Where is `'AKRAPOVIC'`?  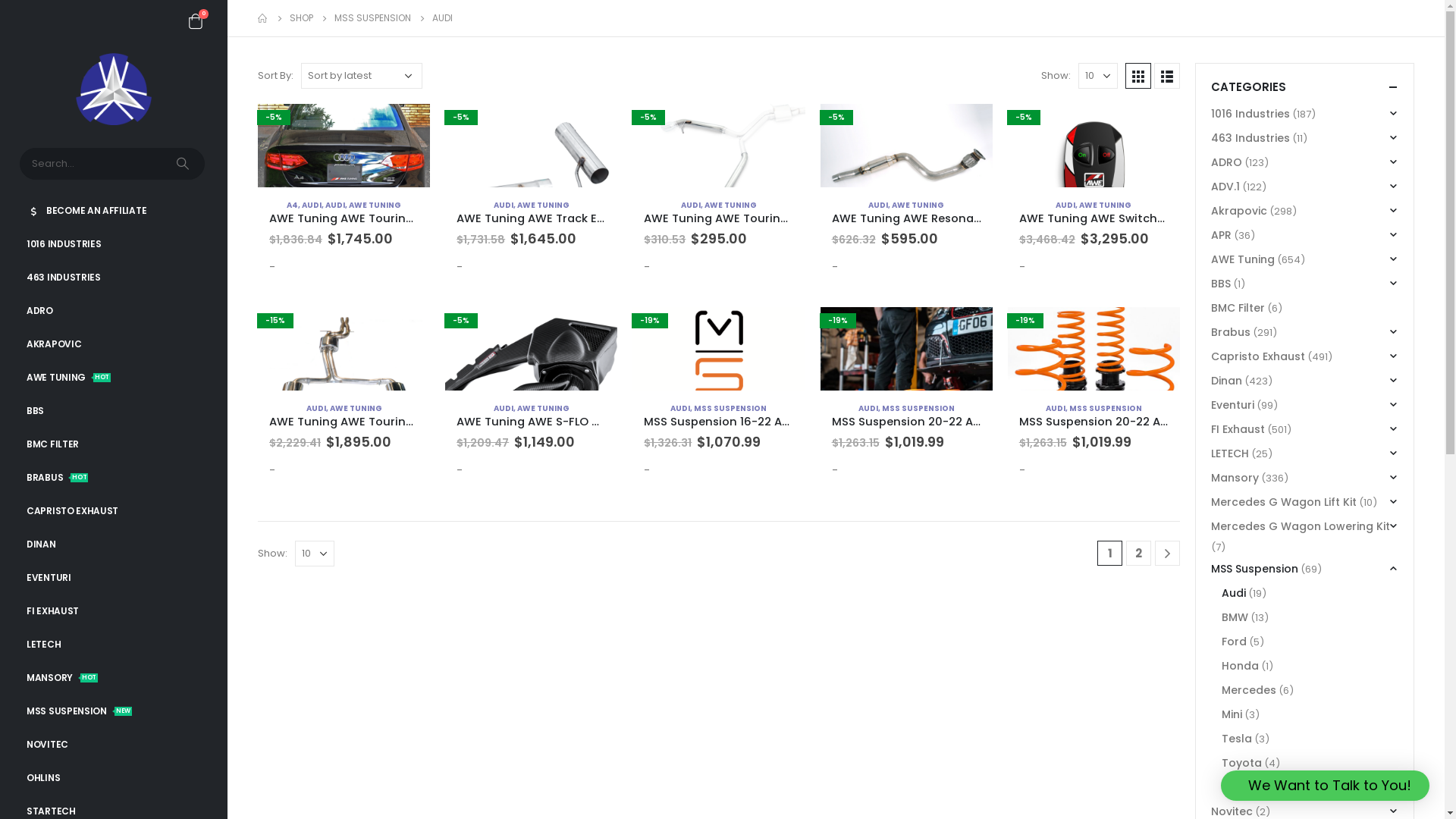 'AKRAPOVIC' is located at coordinates (112, 344).